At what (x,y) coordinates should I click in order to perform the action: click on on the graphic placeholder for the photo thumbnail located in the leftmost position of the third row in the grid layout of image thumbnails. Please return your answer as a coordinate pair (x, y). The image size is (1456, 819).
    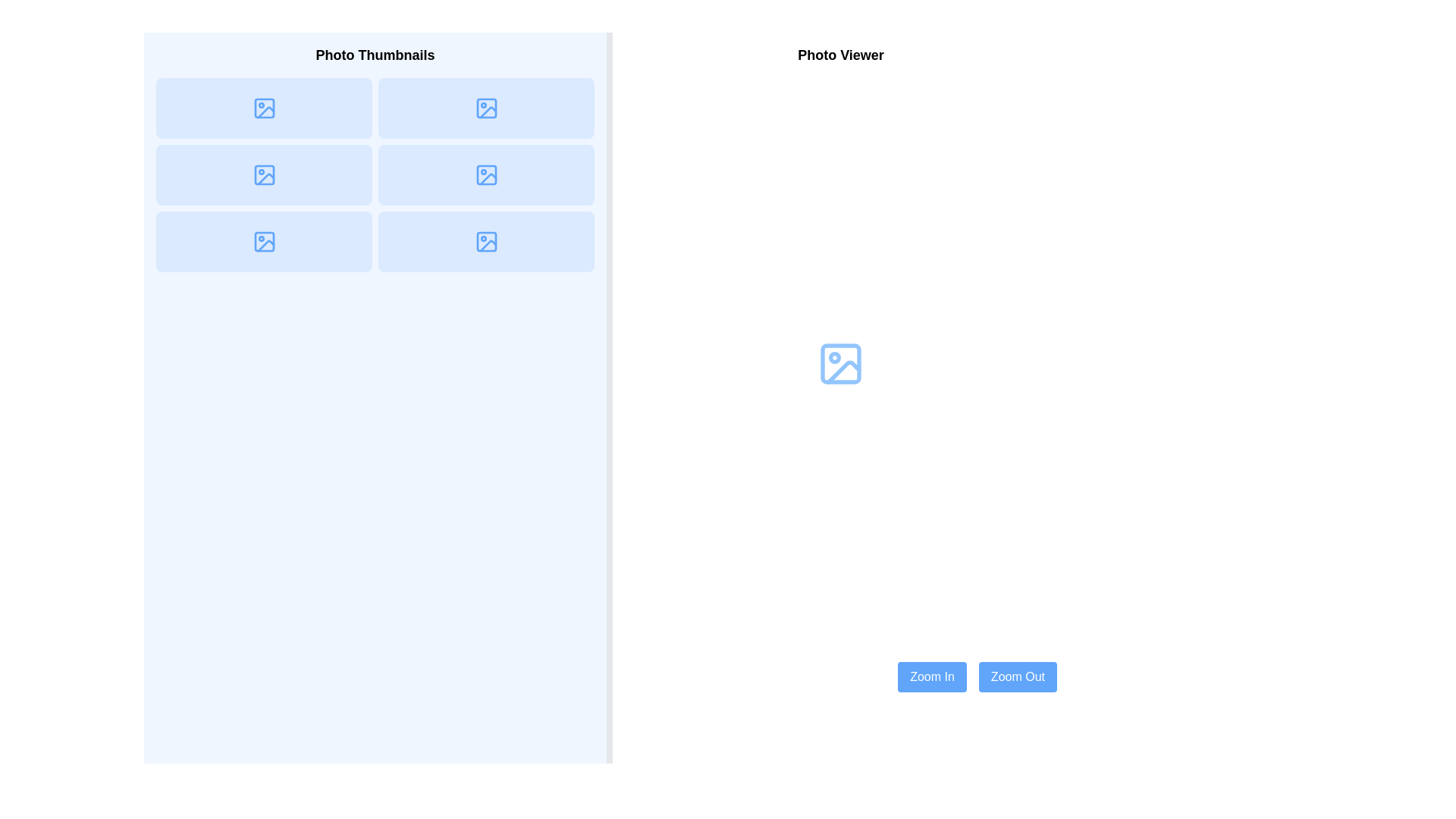
    Looking at the image, I should click on (264, 241).